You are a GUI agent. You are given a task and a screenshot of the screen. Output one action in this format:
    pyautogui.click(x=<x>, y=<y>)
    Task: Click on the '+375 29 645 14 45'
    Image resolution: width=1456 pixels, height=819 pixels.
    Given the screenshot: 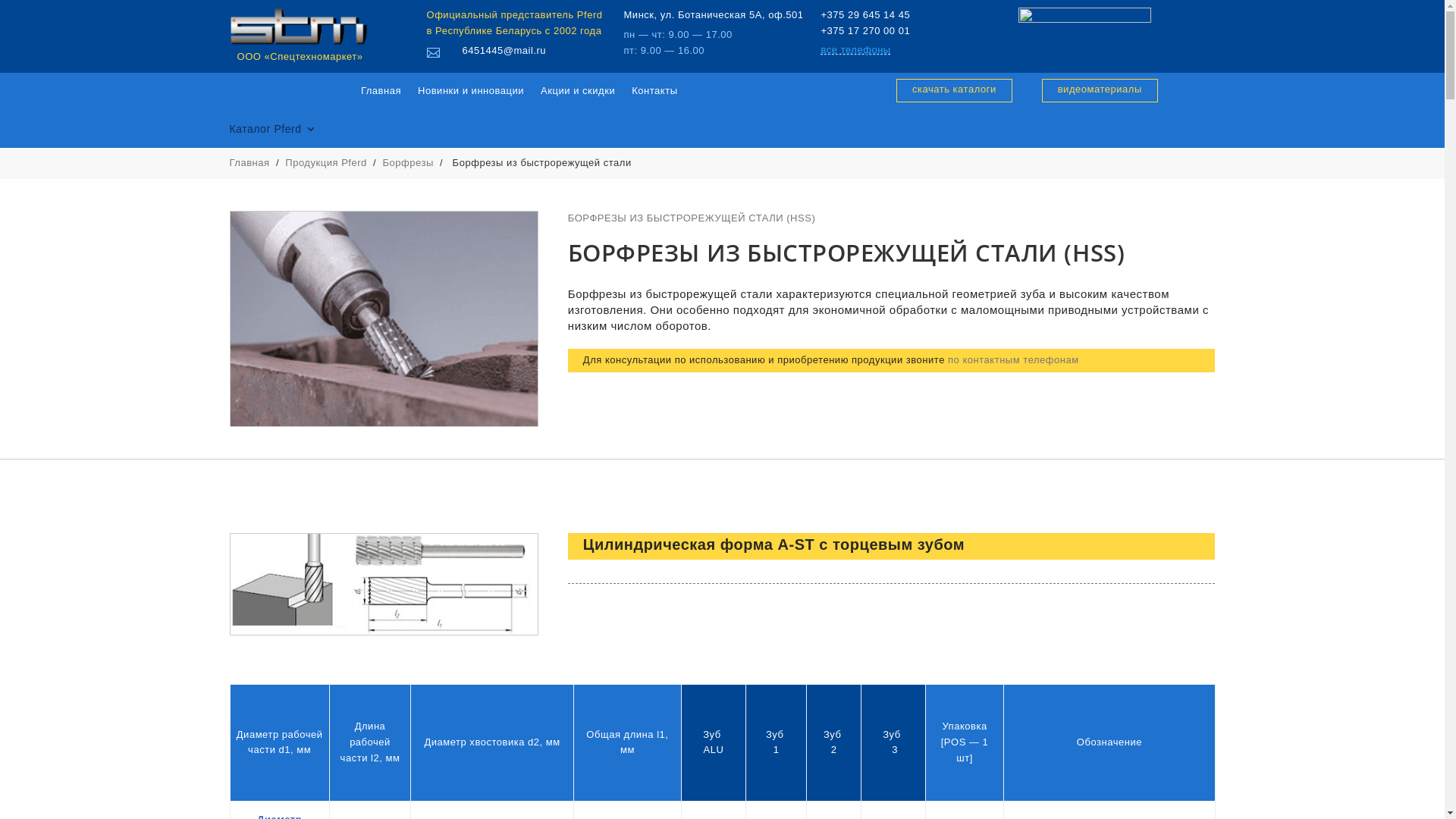 What is the action you would take?
    pyautogui.click(x=865, y=14)
    